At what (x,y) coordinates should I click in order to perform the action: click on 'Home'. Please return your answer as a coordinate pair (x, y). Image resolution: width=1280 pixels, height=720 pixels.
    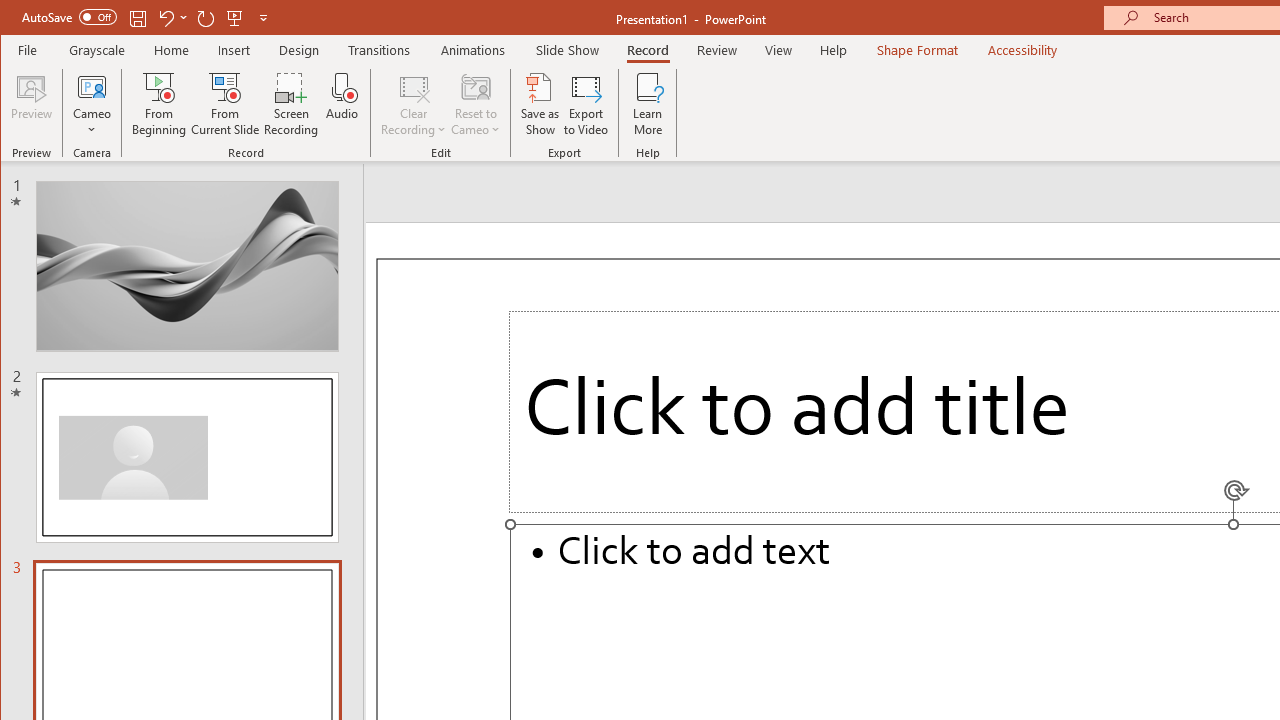
    Looking at the image, I should click on (171, 49).